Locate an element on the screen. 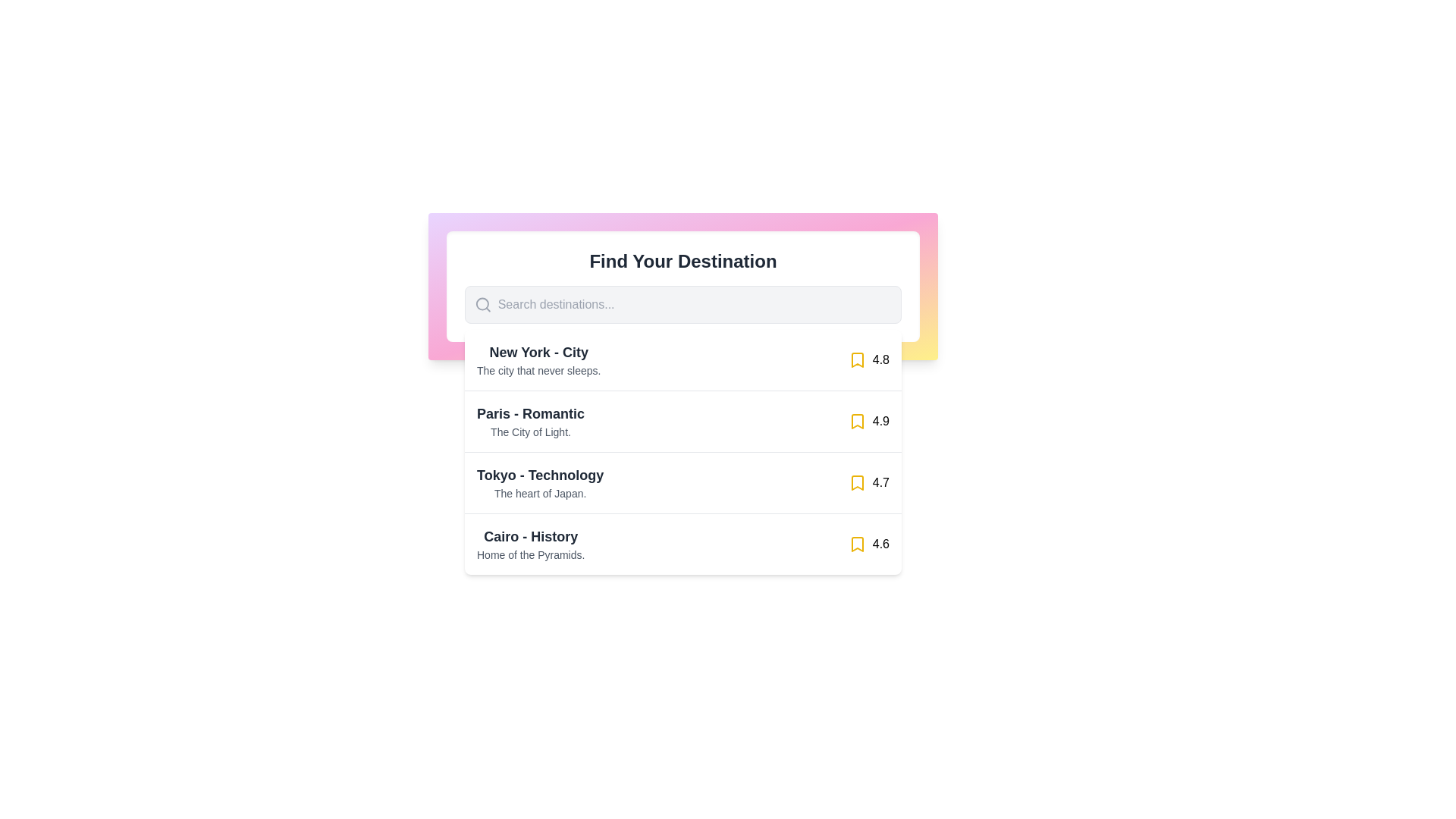 This screenshot has width=1456, height=819. the rating display icon for the 'New York - City' entry, located at the far-right side of the list component is located at coordinates (868, 359).